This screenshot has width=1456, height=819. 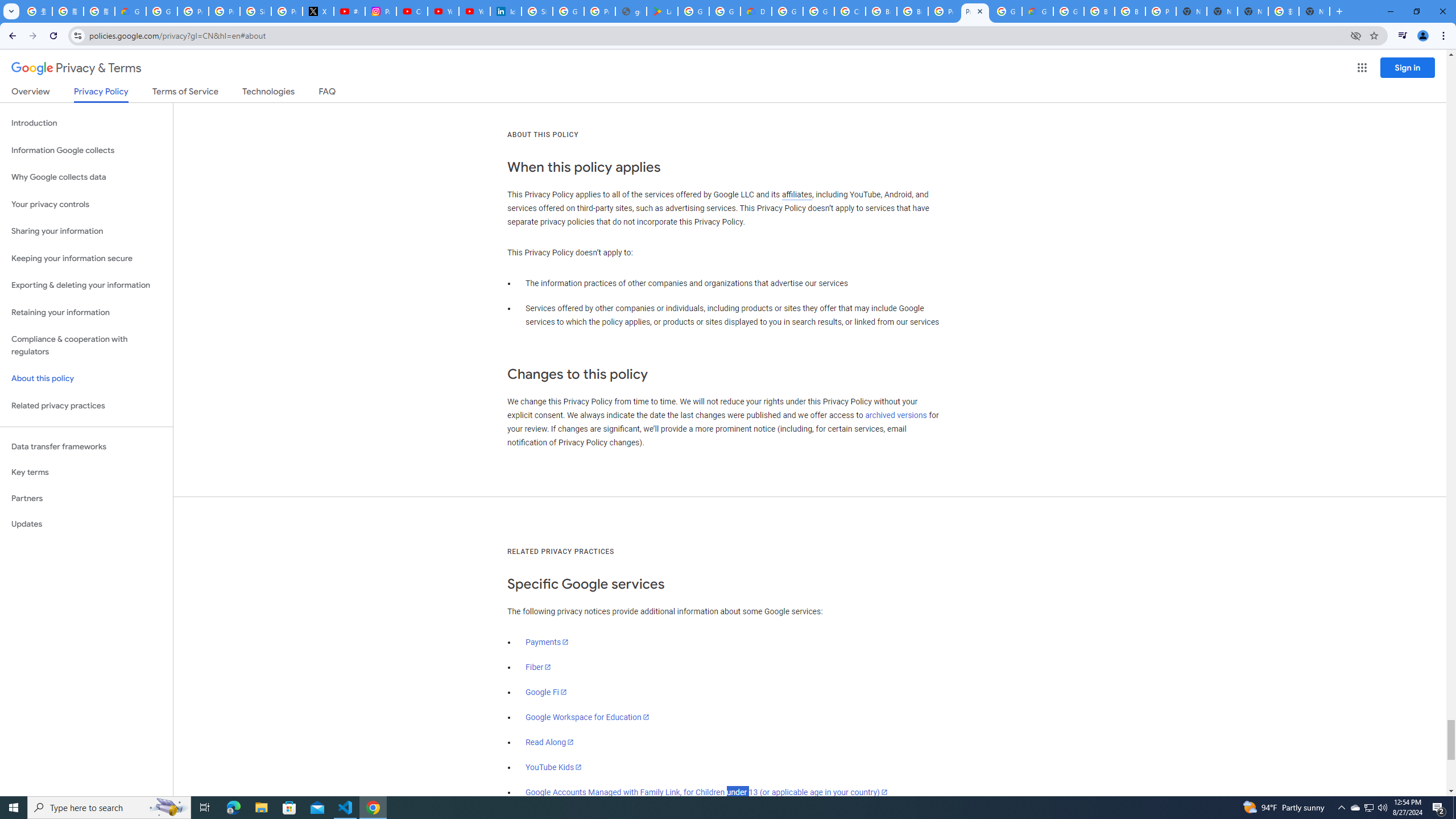 What do you see at coordinates (349, 11) in the screenshot?
I see `'#nbabasketballhighlights - YouTube'` at bounding box center [349, 11].